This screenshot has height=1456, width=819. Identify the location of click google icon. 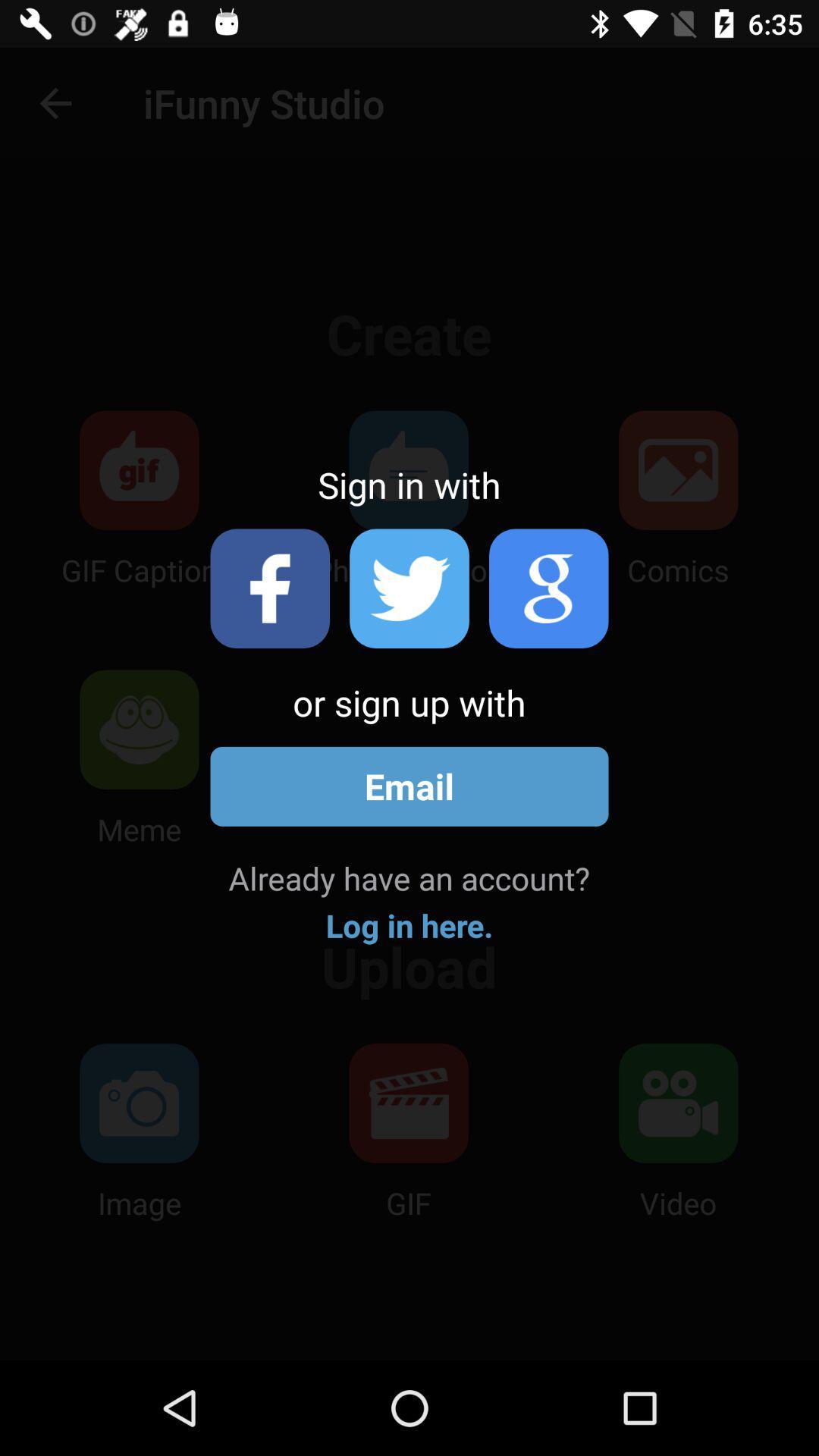
(548, 588).